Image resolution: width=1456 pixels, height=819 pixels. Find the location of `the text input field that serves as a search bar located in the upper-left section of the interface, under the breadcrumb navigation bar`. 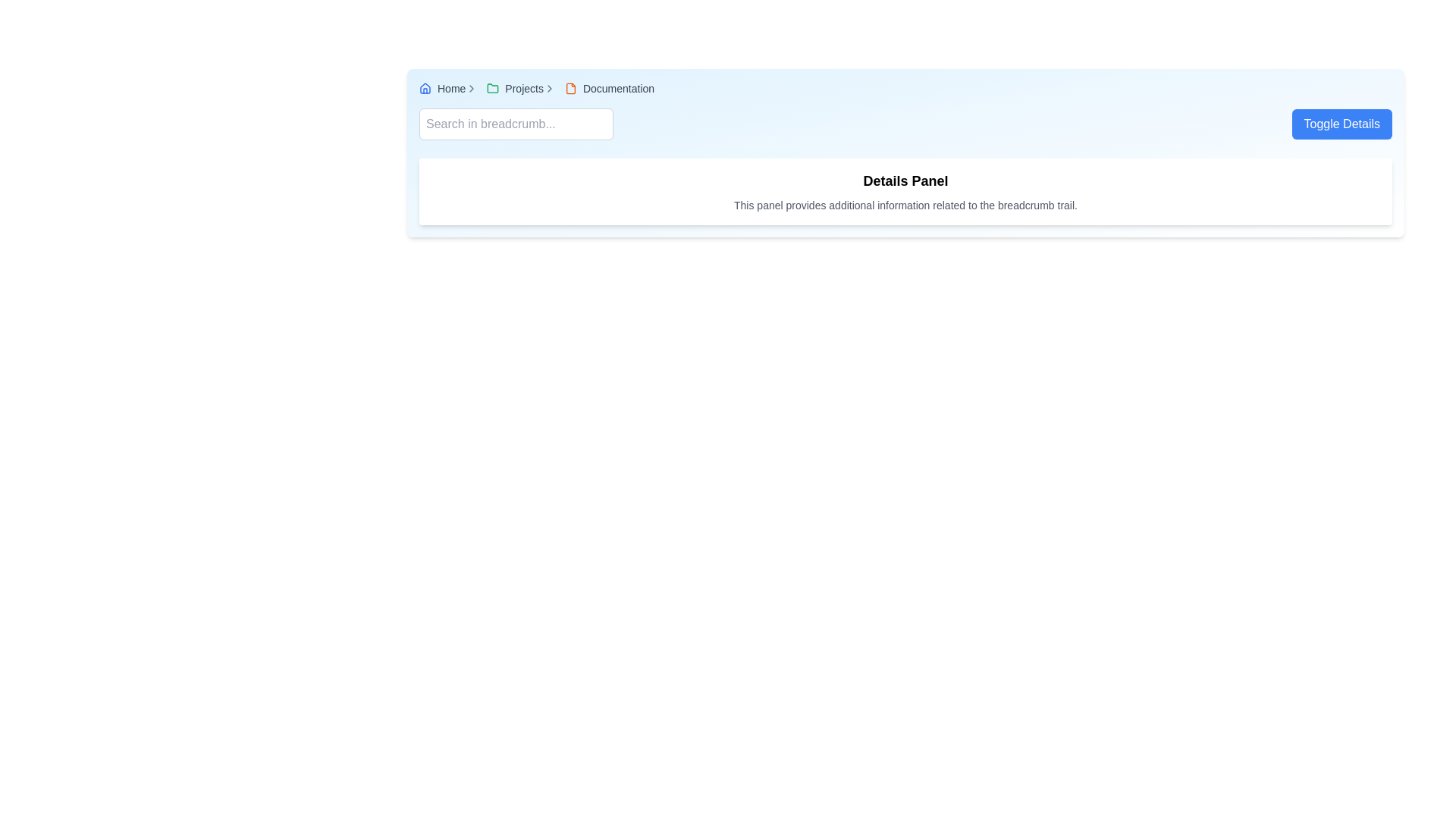

the text input field that serves as a search bar located in the upper-left section of the interface, under the breadcrumb navigation bar is located at coordinates (516, 124).